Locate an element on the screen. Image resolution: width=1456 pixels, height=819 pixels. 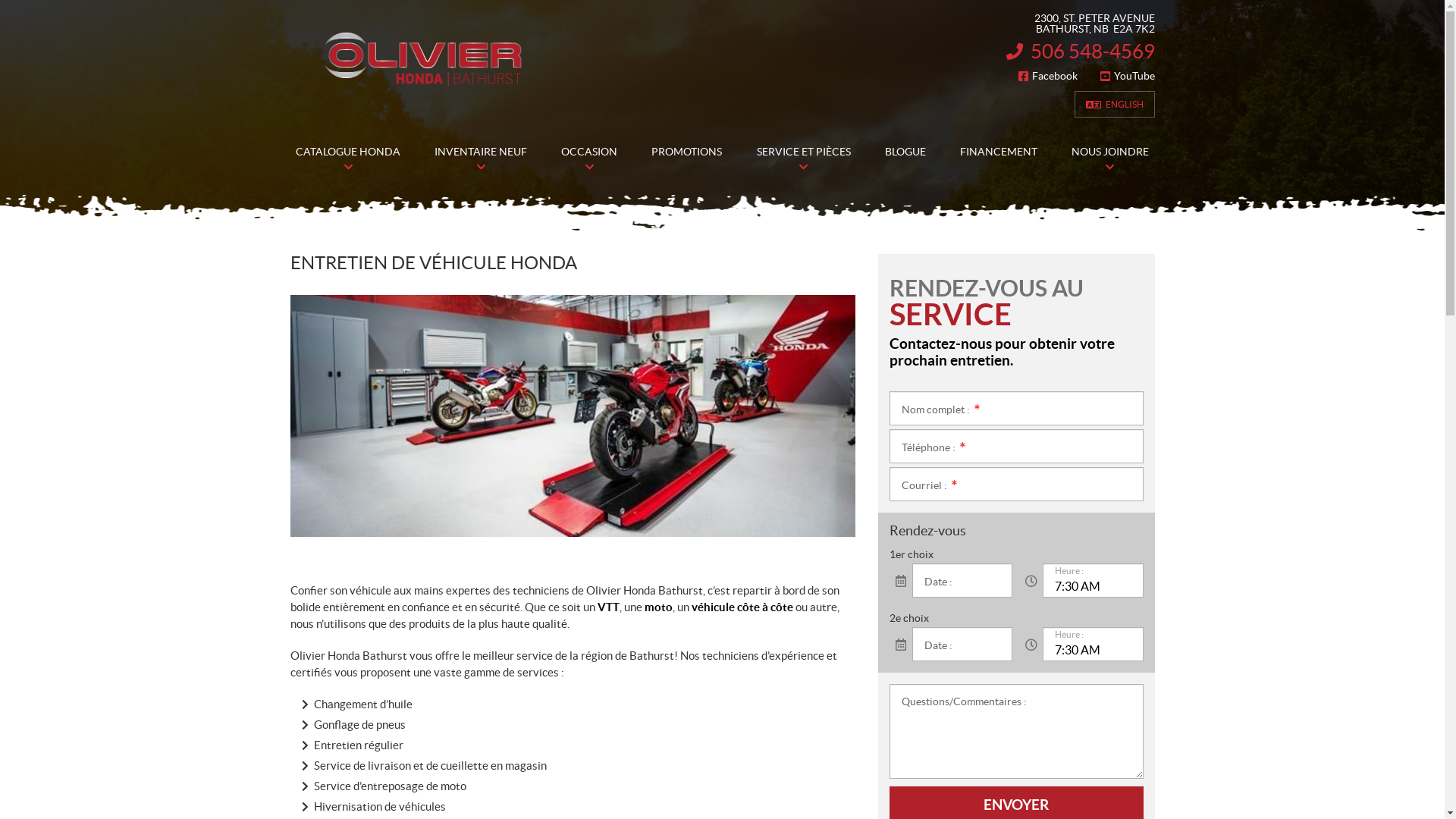
'506 548-4569' is located at coordinates (1079, 50).